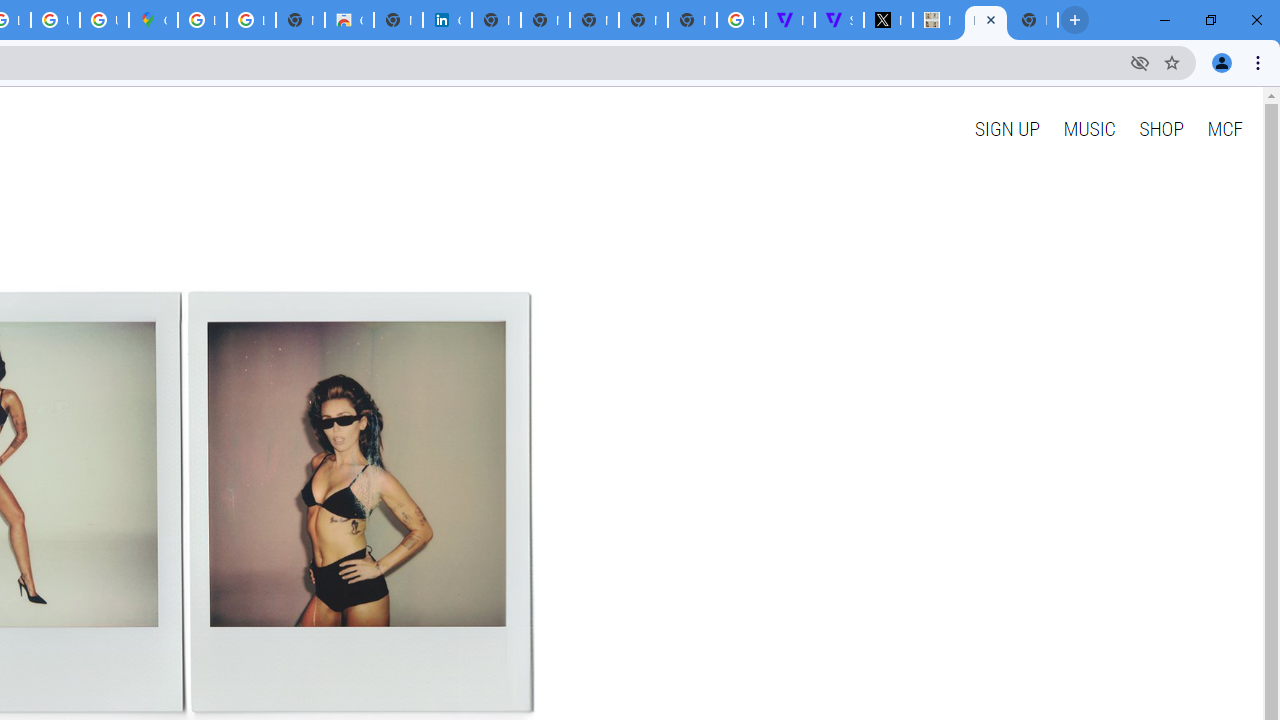 The height and width of the screenshot is (720, 1280). I want to click on 'Google Maps', so click(152, 20).